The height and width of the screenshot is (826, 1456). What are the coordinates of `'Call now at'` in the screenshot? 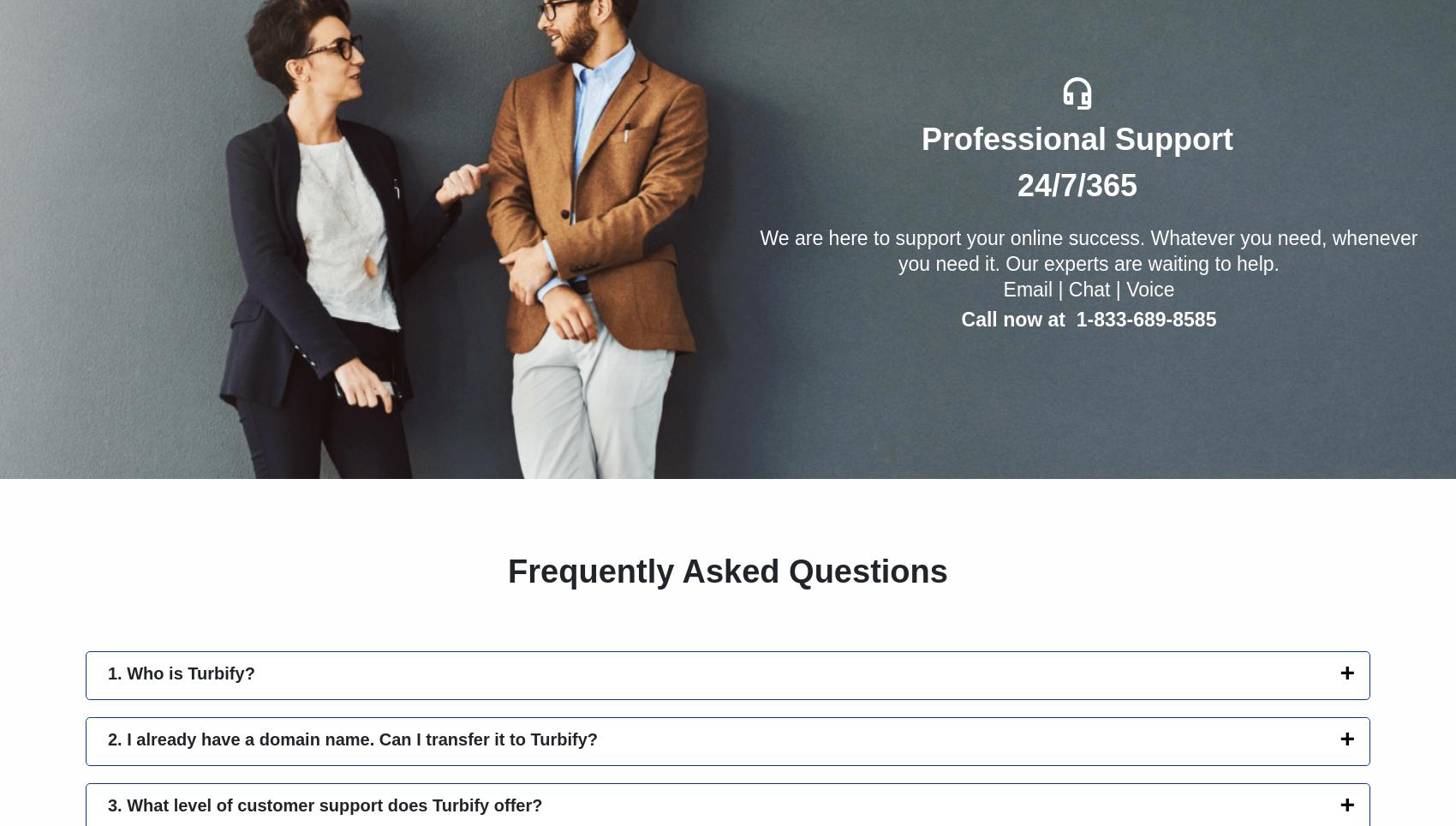 It's located at (961, 319).